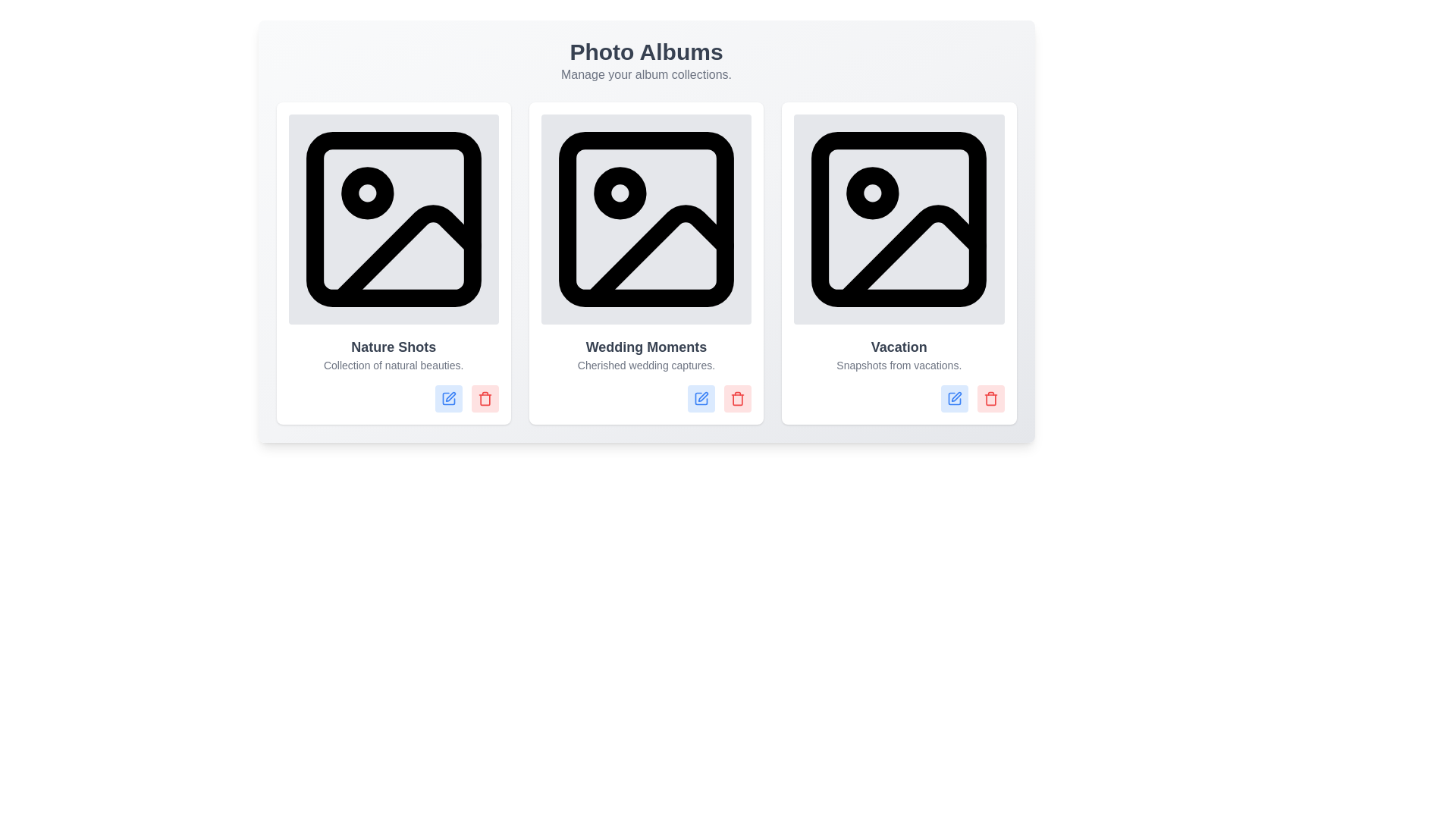 This screenshot has width=1456, height=819. What do you see at coordinates (484, 398) in the screenshot?
I see `delete button for the album named Nature Shots` at bounding box center [484, 398].